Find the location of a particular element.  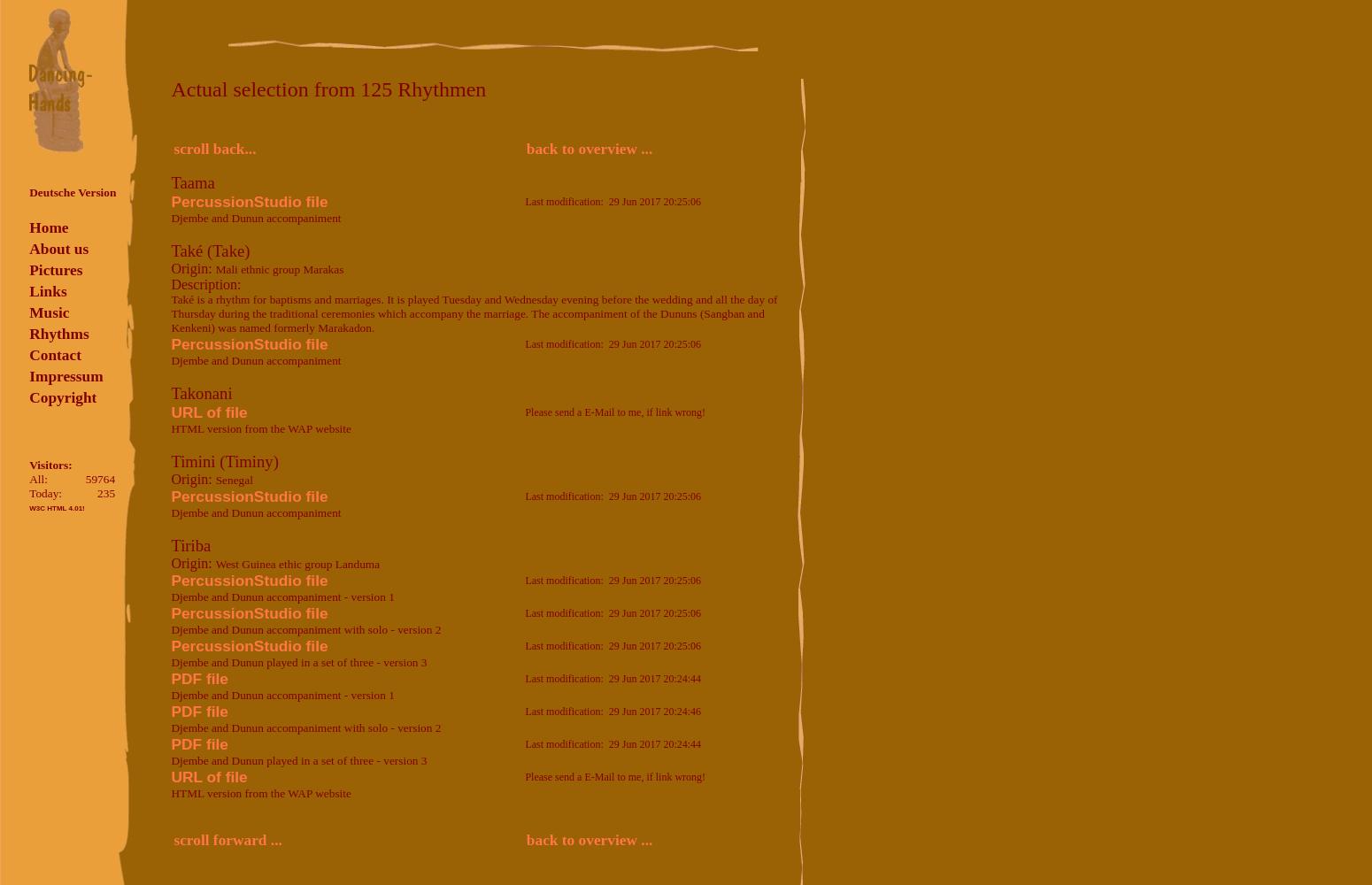

'59764' is located at coordinates (99, 479).